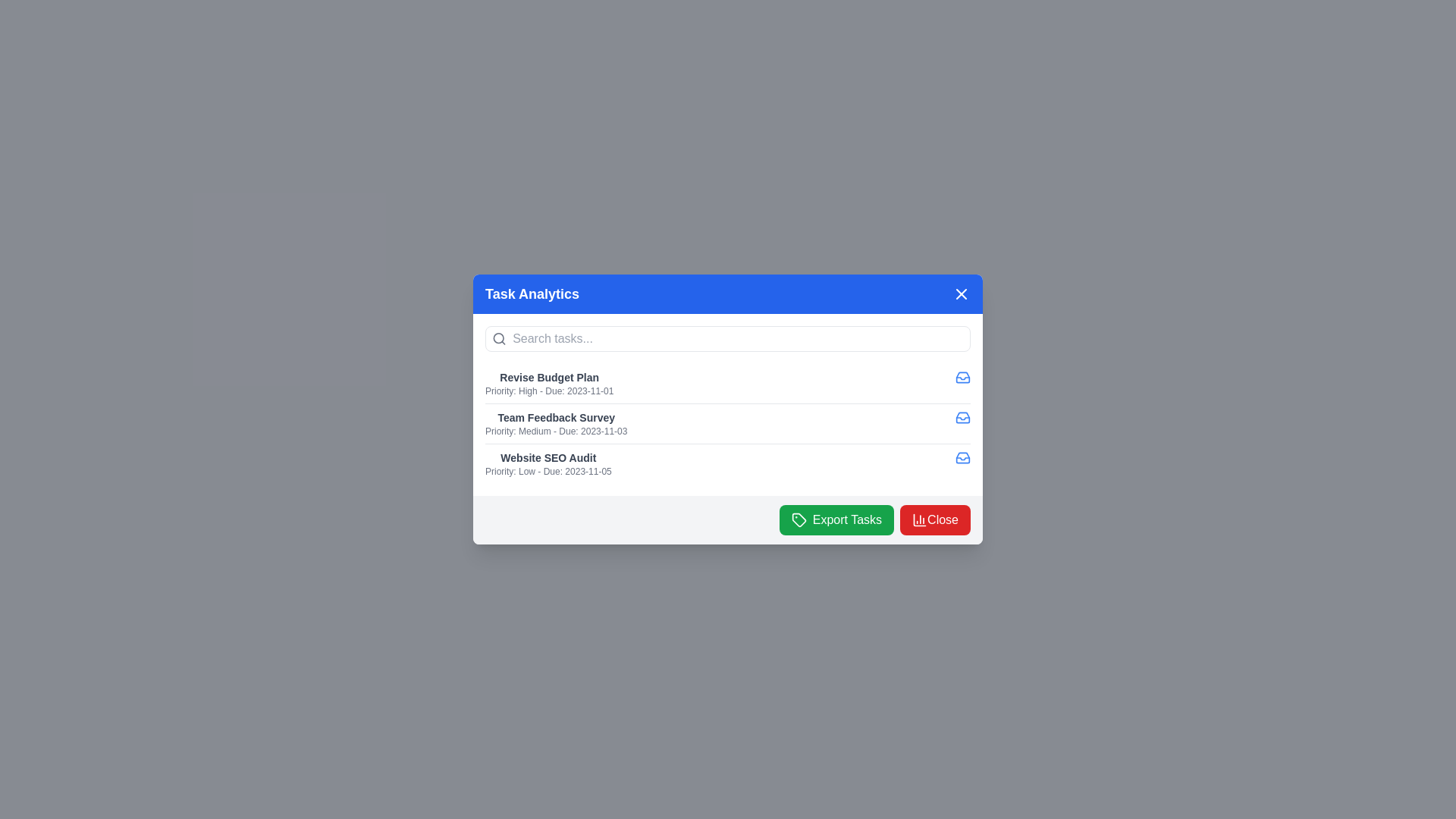  I want to click on the inbox icon with a blue outline, located to the right of the 'Team Feedback Survey' text, so click(962, 418).